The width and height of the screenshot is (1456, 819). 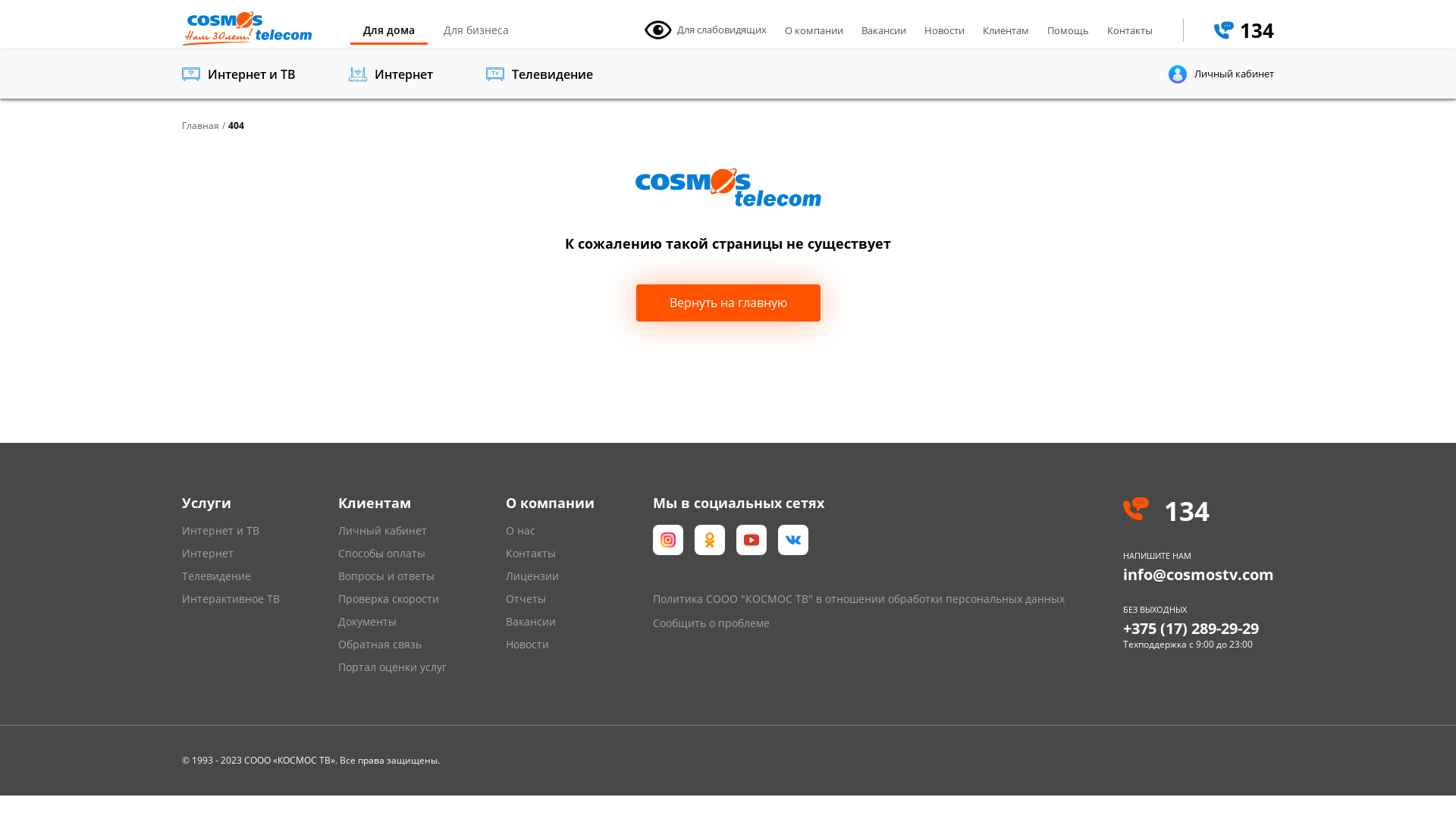 What do you see at coordinates (1197, 511) in the screenshot?
I see `'134'` at bounding box center [1197, 511].